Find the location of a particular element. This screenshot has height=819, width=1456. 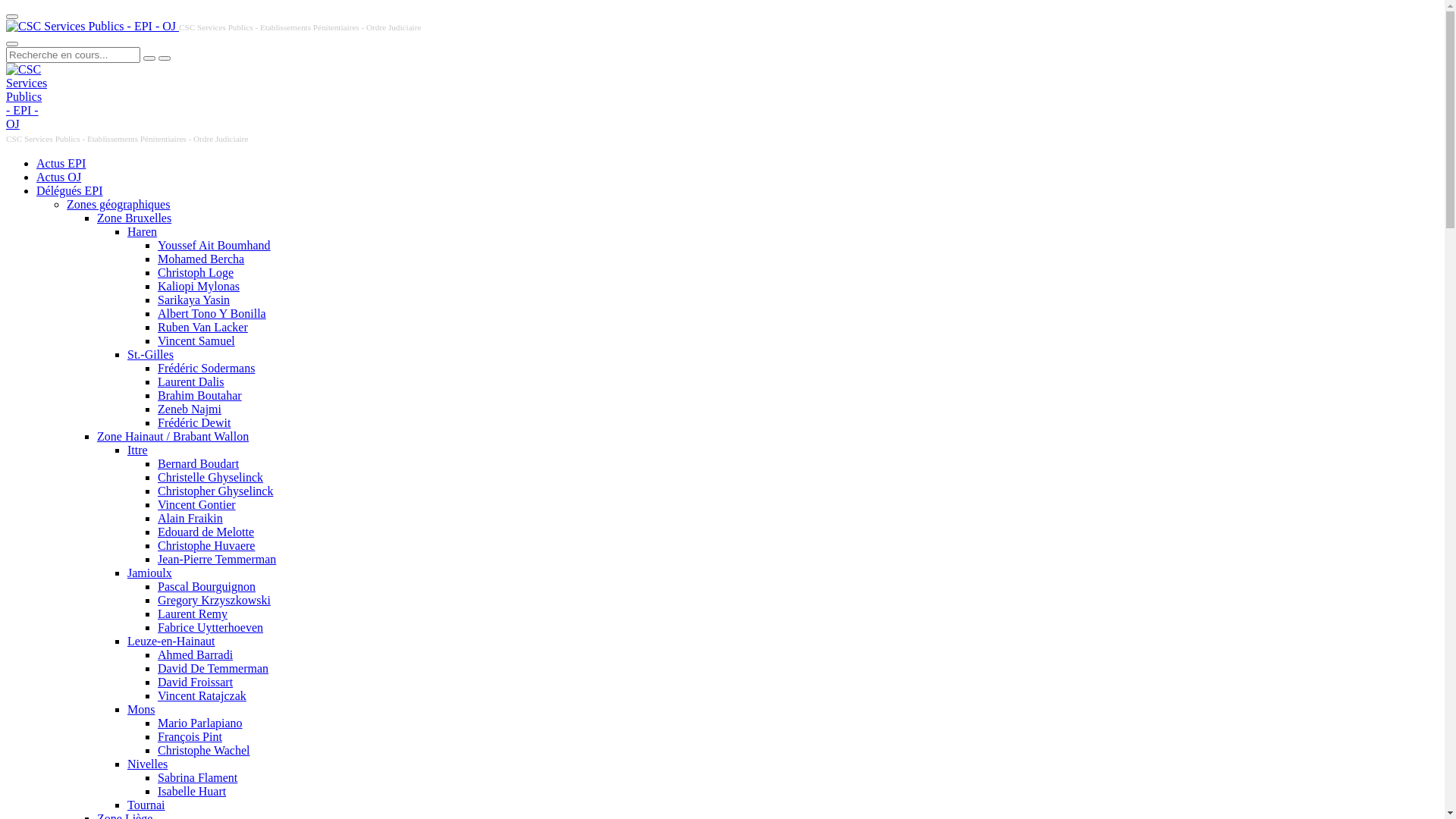

'Jean-Pierre Temmerman' is located at coordinates (216, 559).